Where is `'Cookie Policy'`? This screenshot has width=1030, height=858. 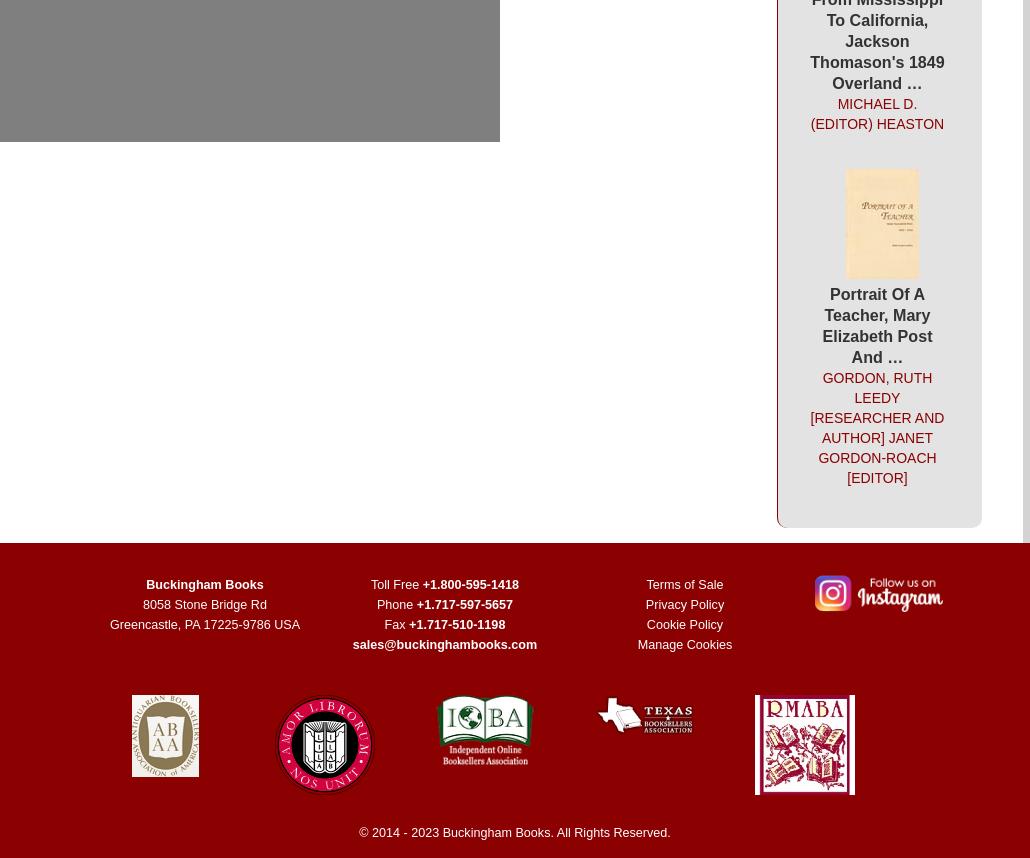
'Cookie Policy' is located at coordinates (645, 624).